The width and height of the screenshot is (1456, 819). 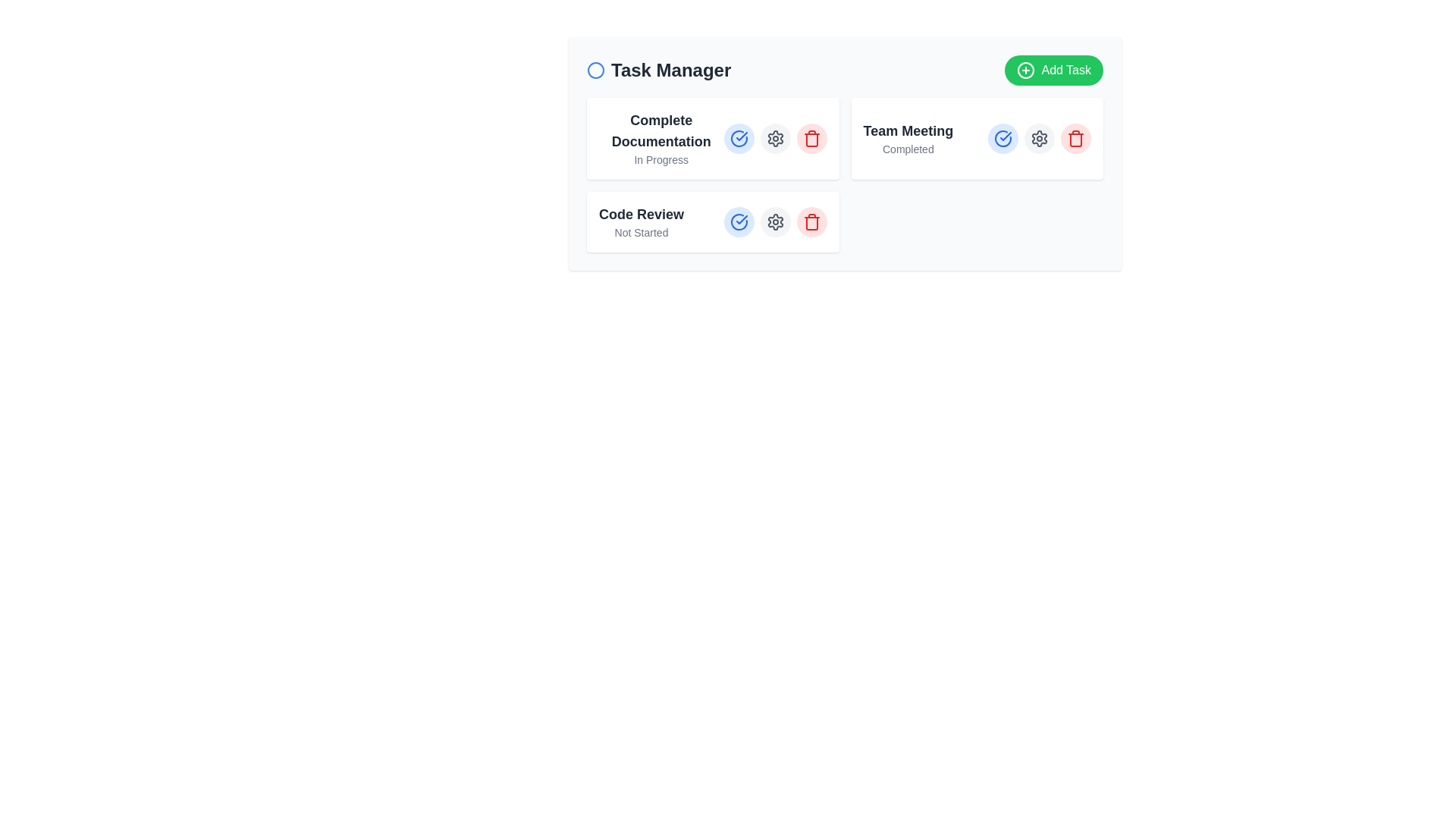 I want to click on the circular icon with a white plus symbol located in the green 'Add Task' button in the upper-right region of the layout, so click(x=1026, y=70).